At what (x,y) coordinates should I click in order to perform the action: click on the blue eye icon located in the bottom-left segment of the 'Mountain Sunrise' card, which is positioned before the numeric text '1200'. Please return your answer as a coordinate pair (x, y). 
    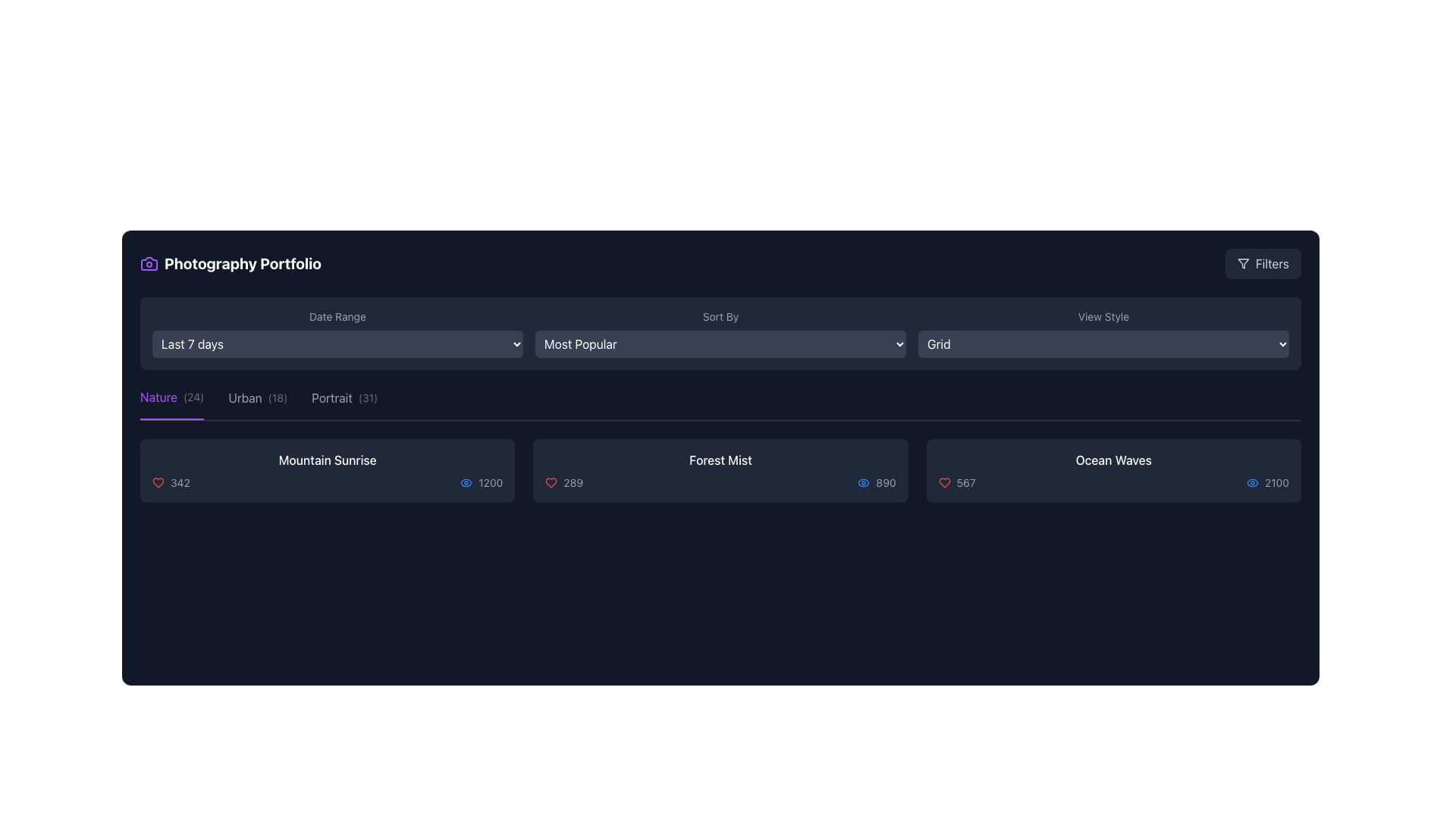
    Looking at the image, I should click on (466, 482).